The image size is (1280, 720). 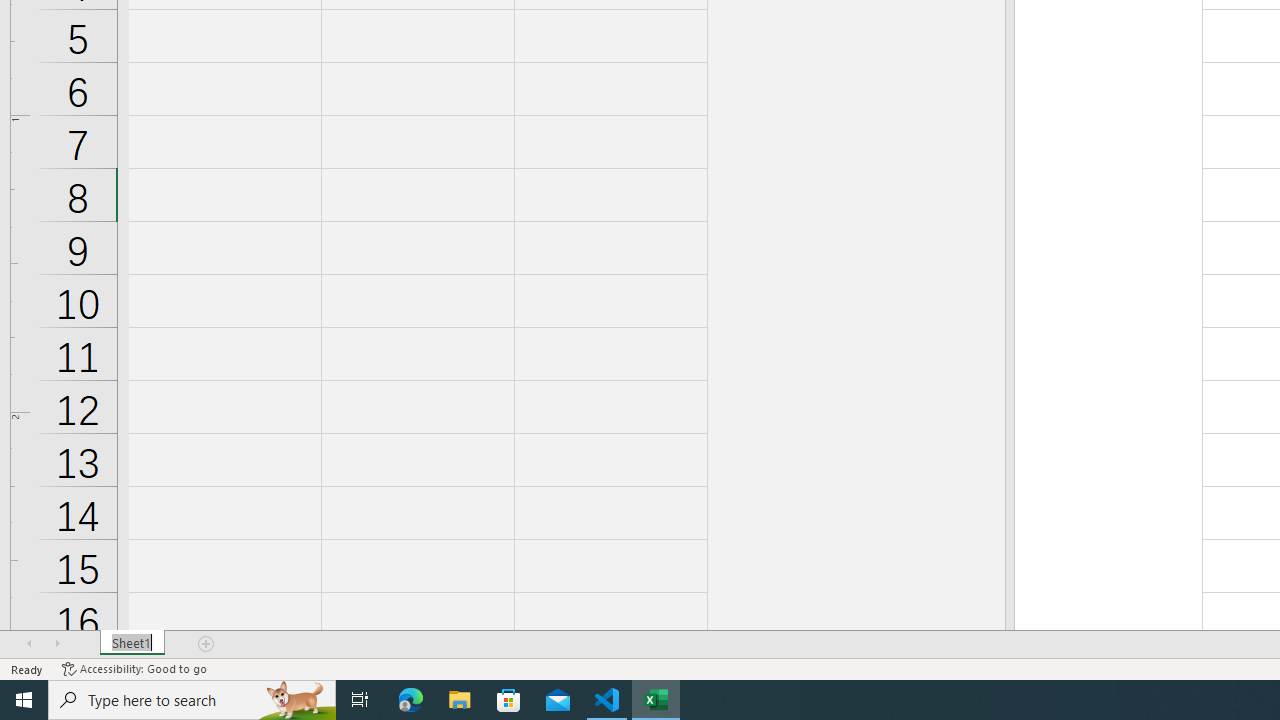 What do you see at coordinates (131, 644) in the screenshot?
I see `'Sheet1'` at bounding box center [131, 644].